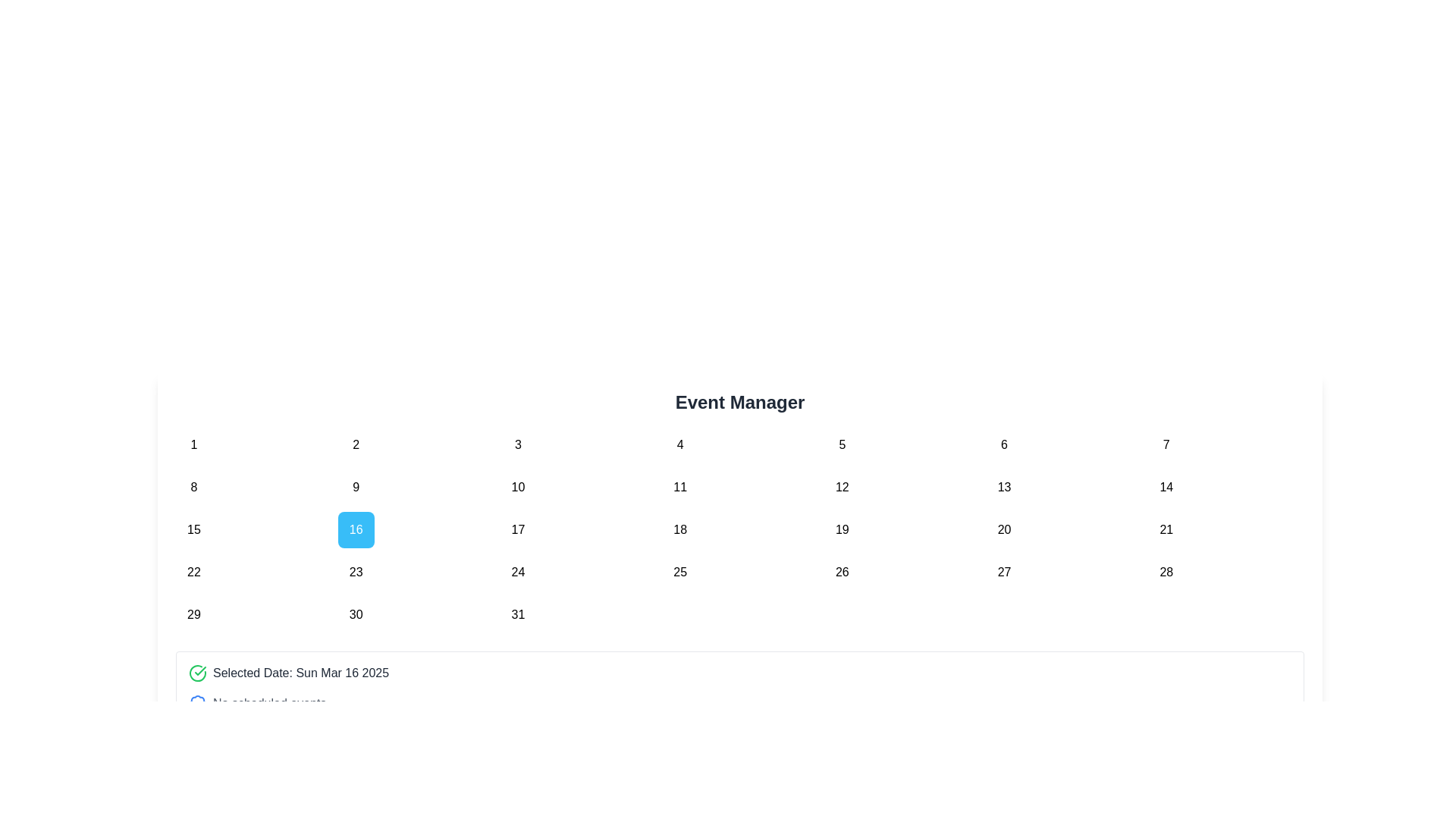 Image resolution: width=1456 pixels, height=819 pixels. I want to click on the square-shaped button displaying '30', located in the bottom row of the calendar grid, so click(355, 614).